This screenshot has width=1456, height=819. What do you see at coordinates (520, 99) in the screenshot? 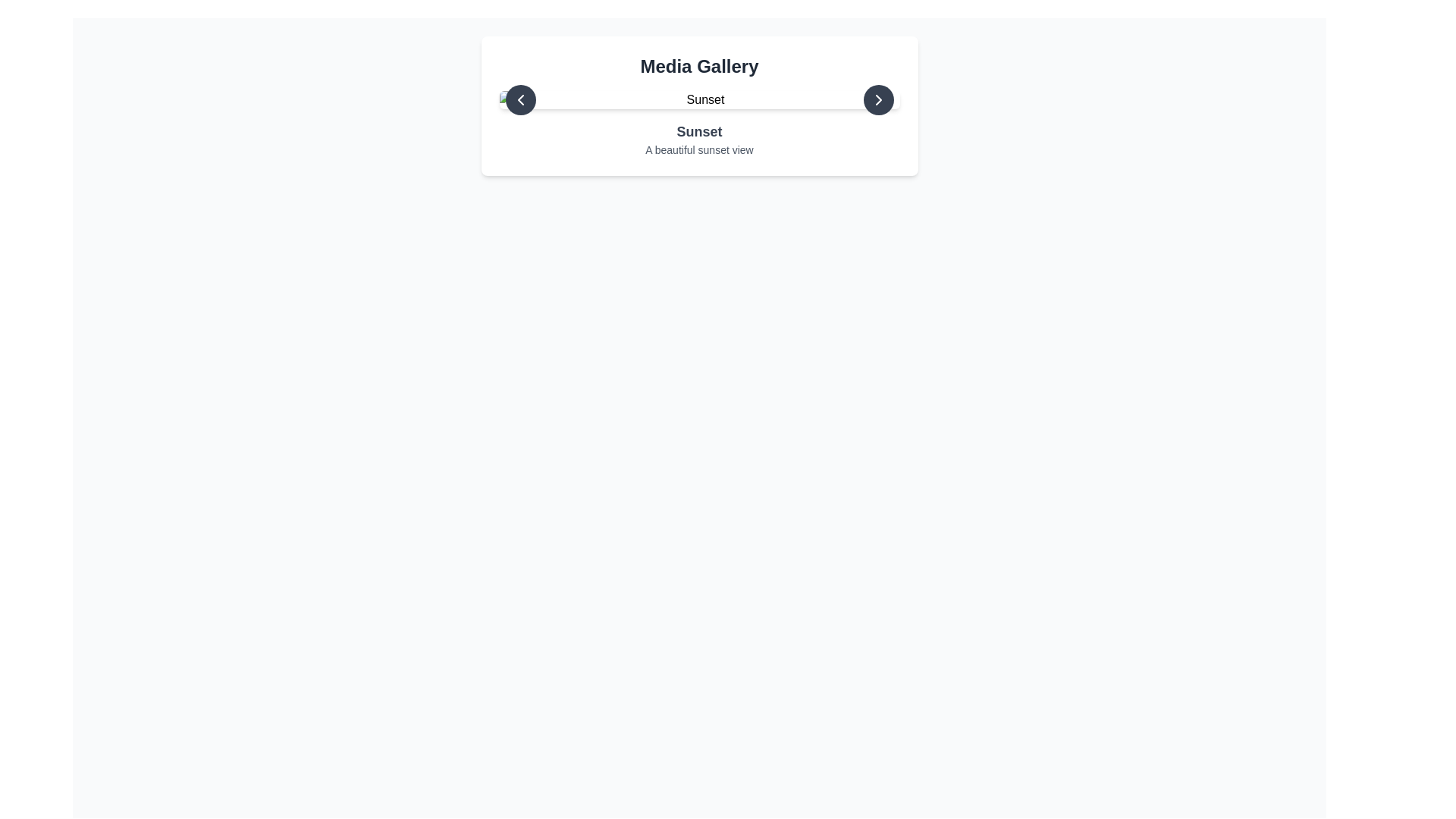
I see `the circular button with a dark gray background and a white left-facing arrow icon` at bounding box center [520, 99].